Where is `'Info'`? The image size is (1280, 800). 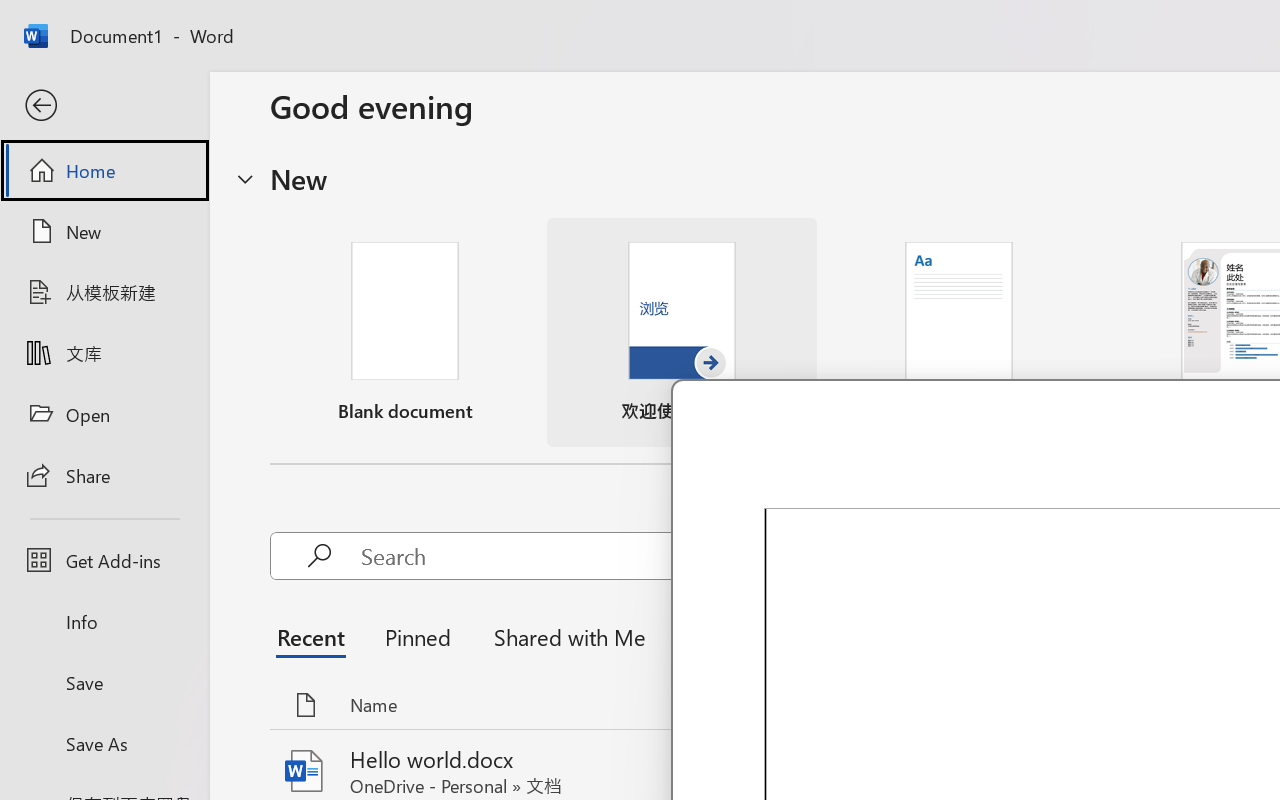
'Info' is located at coordinates (103, 621).